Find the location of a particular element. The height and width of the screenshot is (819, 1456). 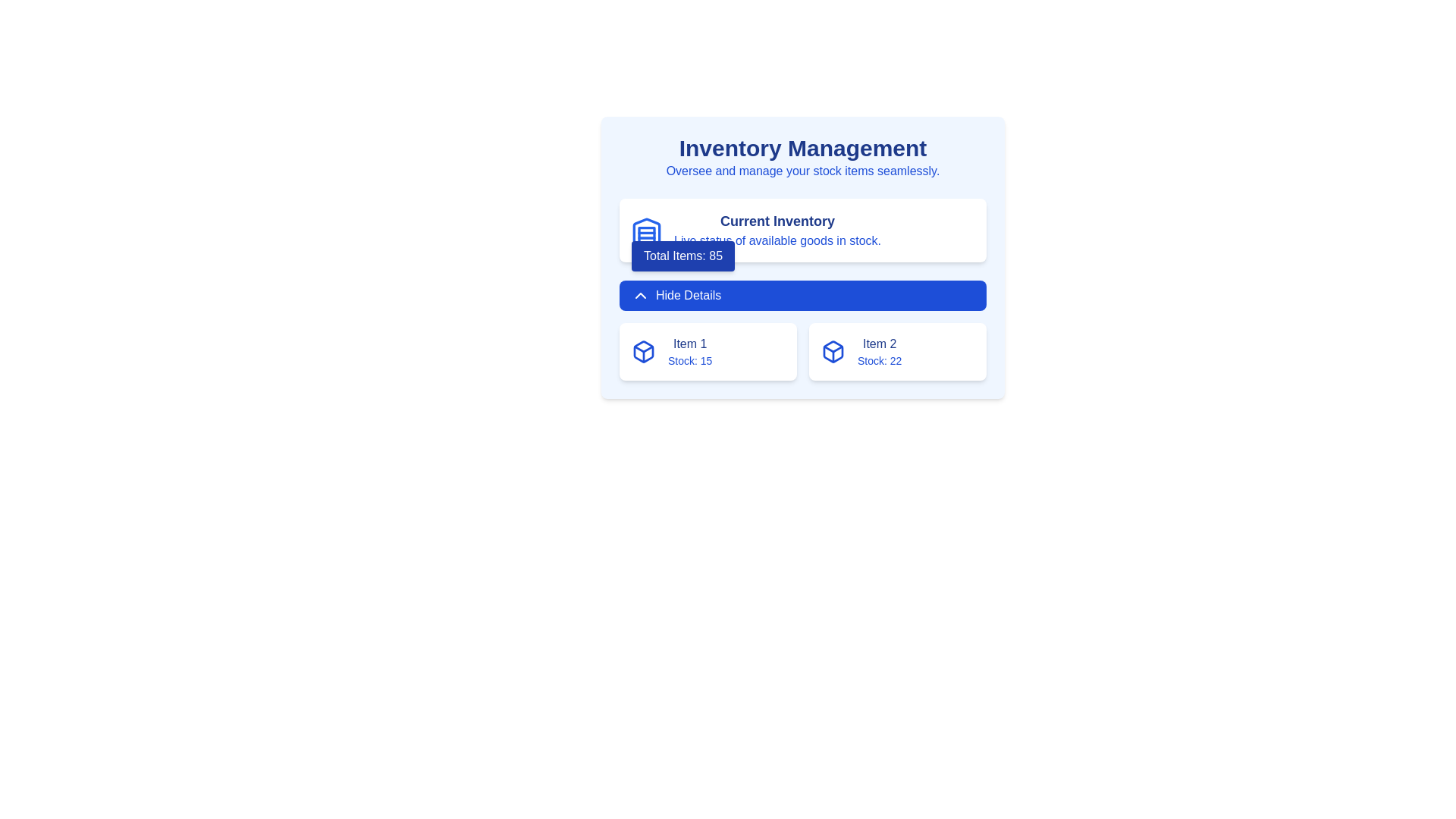

stock details for items by clicking on the 'Current Inventory' section, which features a bold title and includes a blue button labeled 'Hide Details' above the item cards is located at coordinates (802, 289).